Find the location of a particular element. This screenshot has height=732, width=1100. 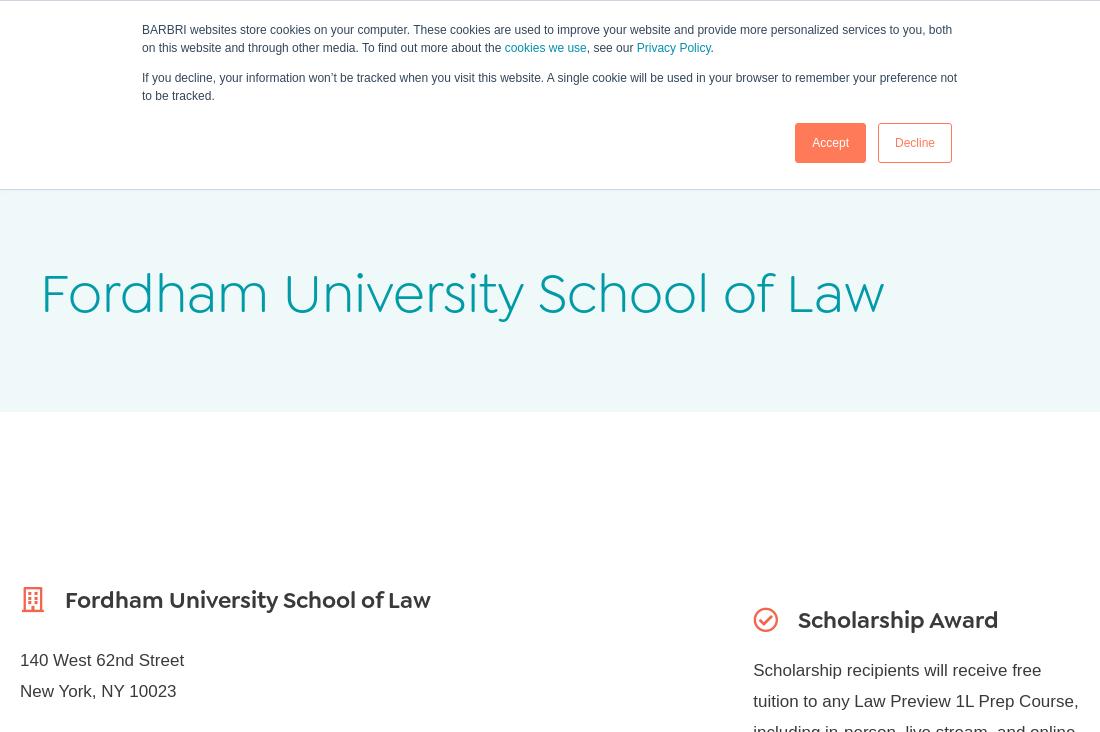

'Scholarship Award' is located at coordinates (898, 619).